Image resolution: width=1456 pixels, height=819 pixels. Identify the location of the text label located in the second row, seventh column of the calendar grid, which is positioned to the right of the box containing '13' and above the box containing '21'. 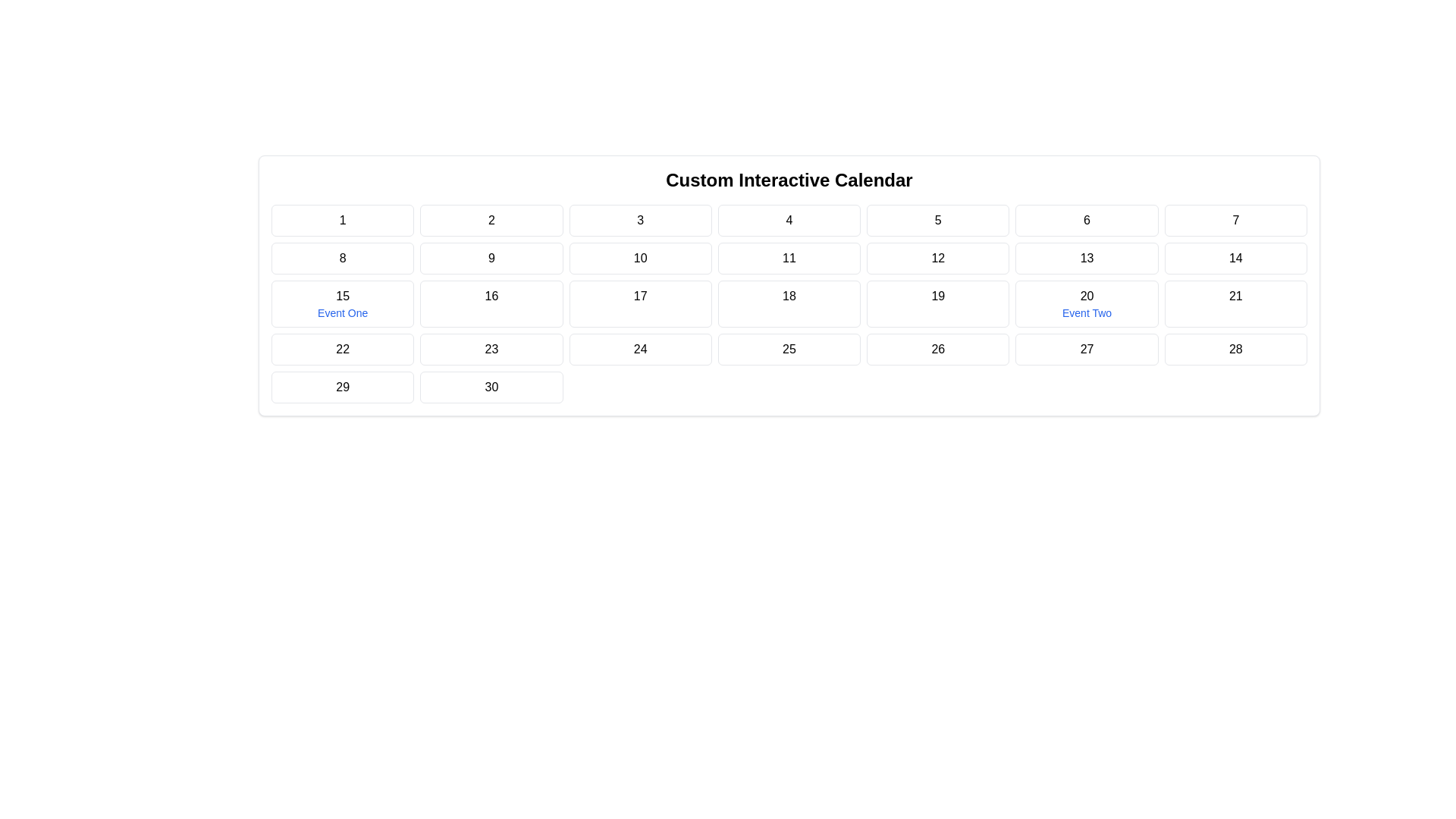
(1235, 257).